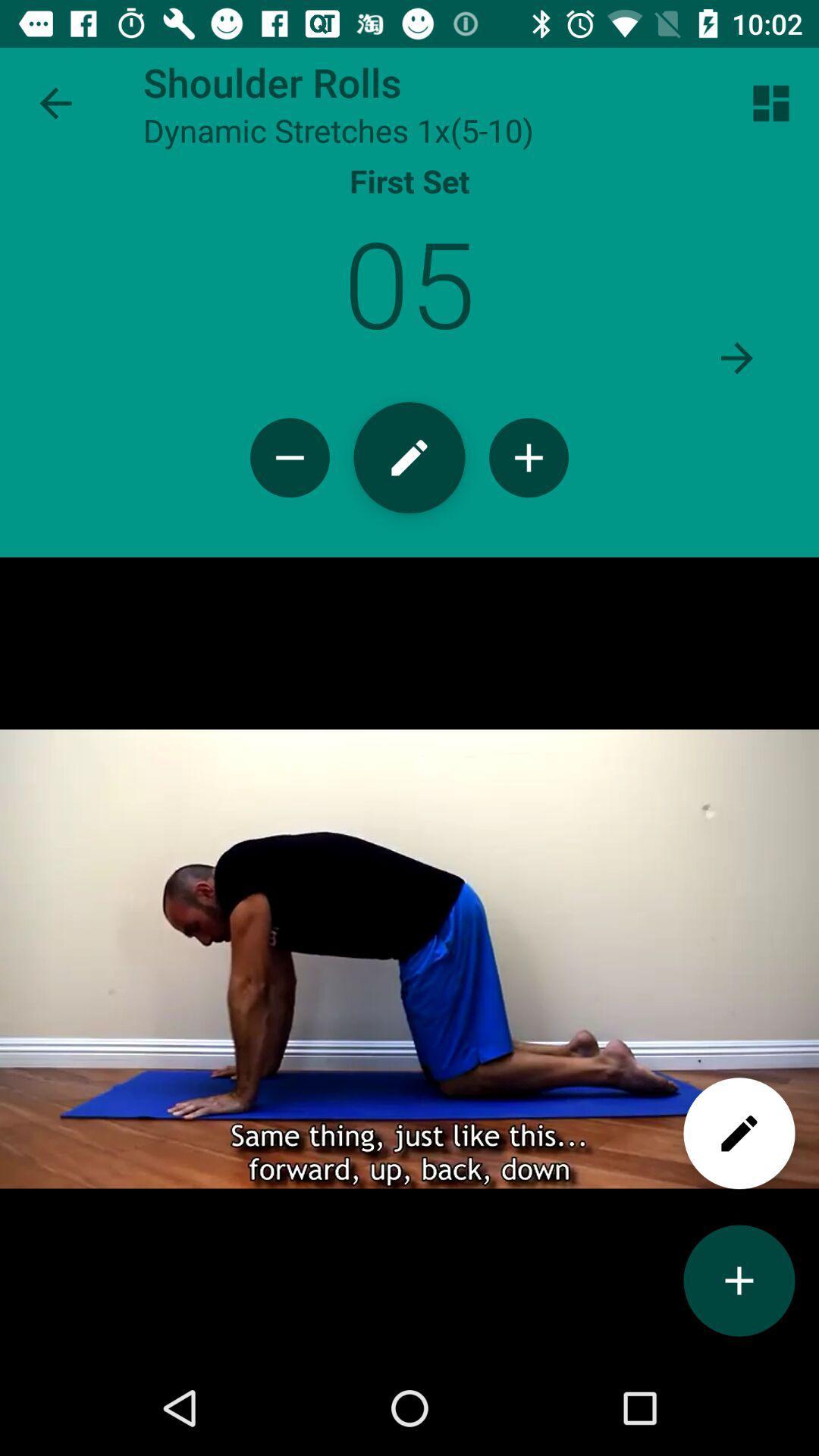 This screenshot has width=819, height=1456. What do you see at coordinates (739, 1280) in the screenshot?
I see `increace` at bounding box center [739, 1280].